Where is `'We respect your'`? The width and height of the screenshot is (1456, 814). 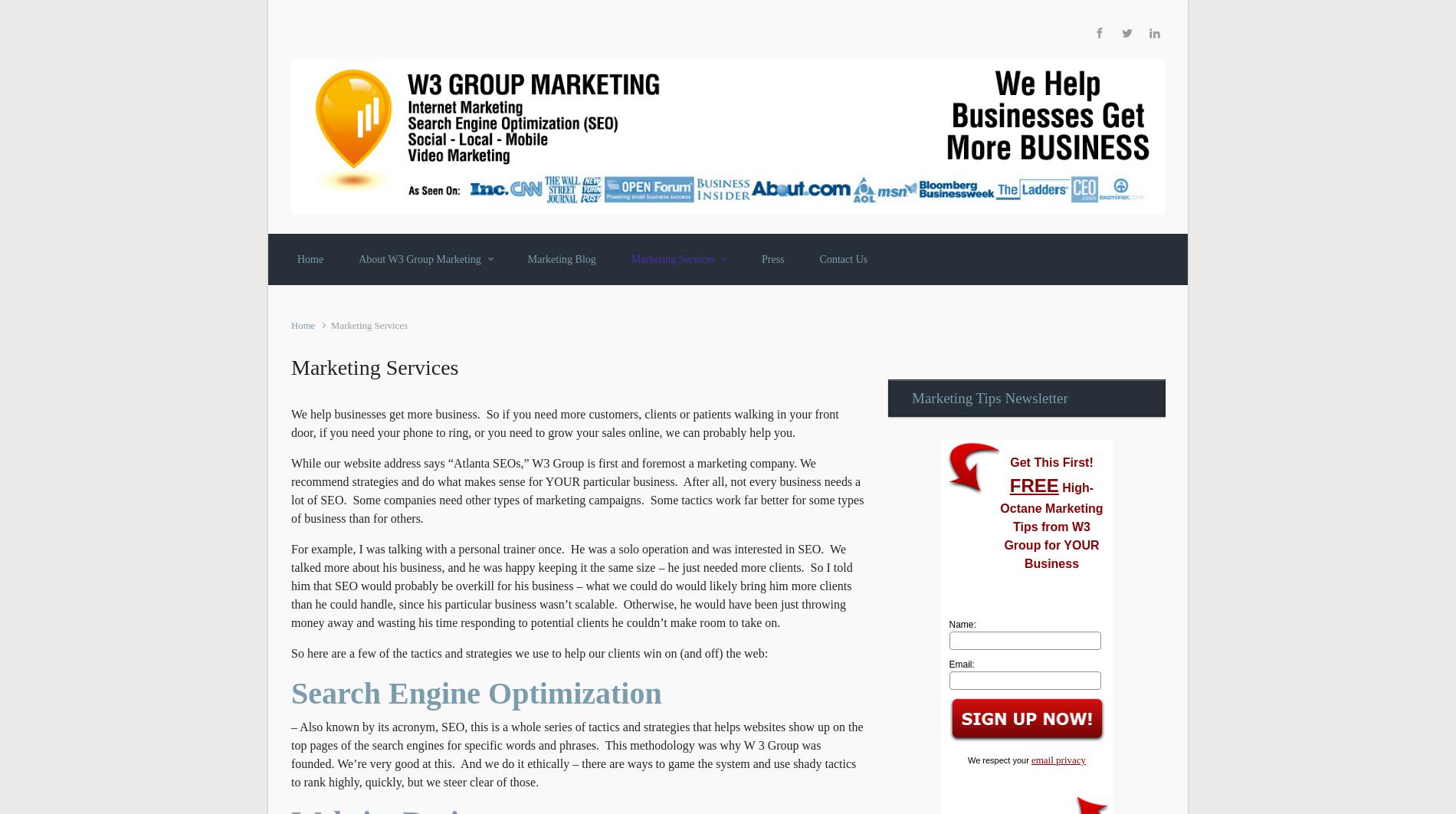
'We respect your' is located at coordinates (998, 760).